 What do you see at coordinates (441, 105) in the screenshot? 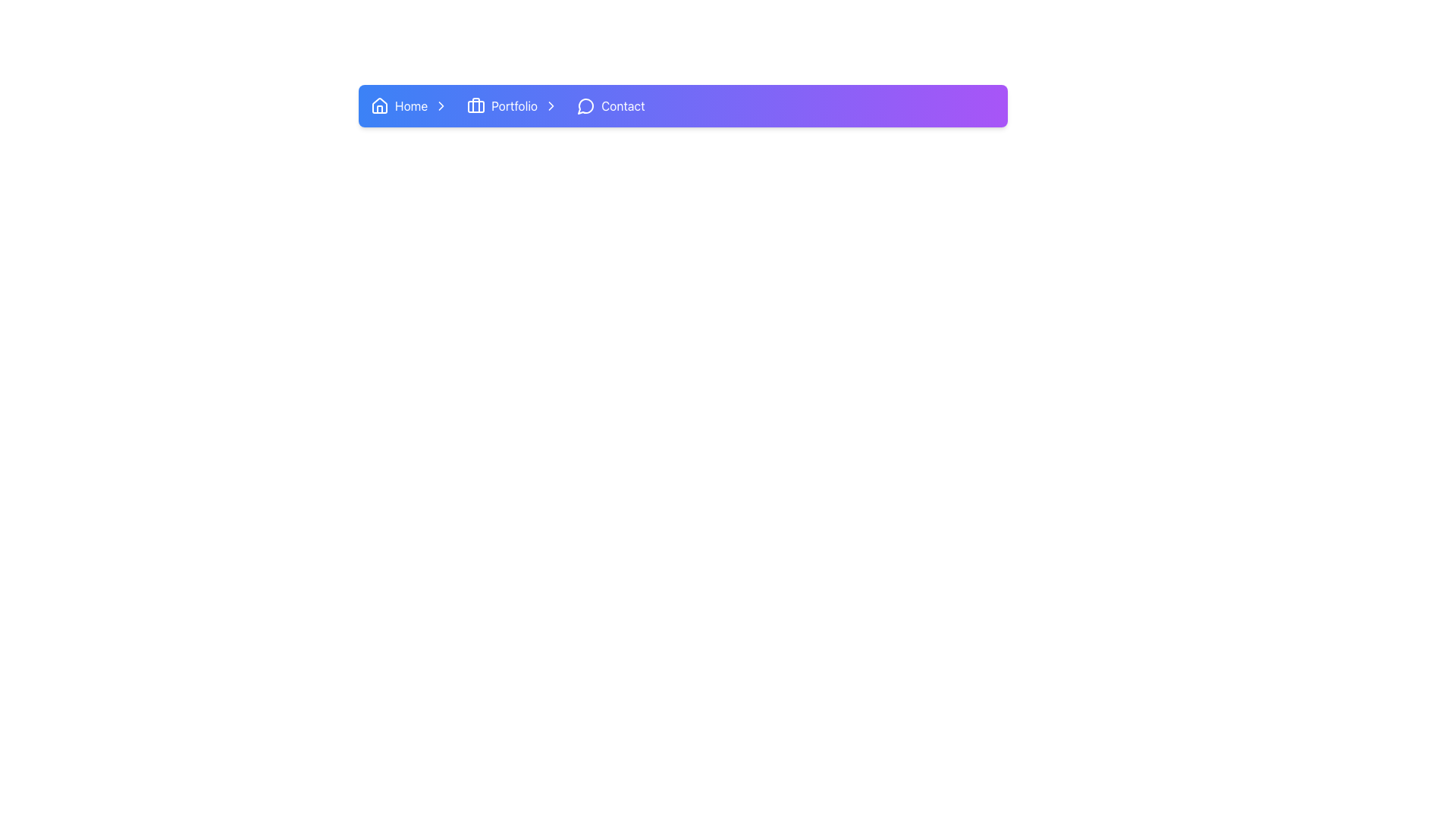
I see `the right-facing chevron icon located in the navigation bar, positioned immediately after the 'Home' text link` at bounding box center [441, 105].